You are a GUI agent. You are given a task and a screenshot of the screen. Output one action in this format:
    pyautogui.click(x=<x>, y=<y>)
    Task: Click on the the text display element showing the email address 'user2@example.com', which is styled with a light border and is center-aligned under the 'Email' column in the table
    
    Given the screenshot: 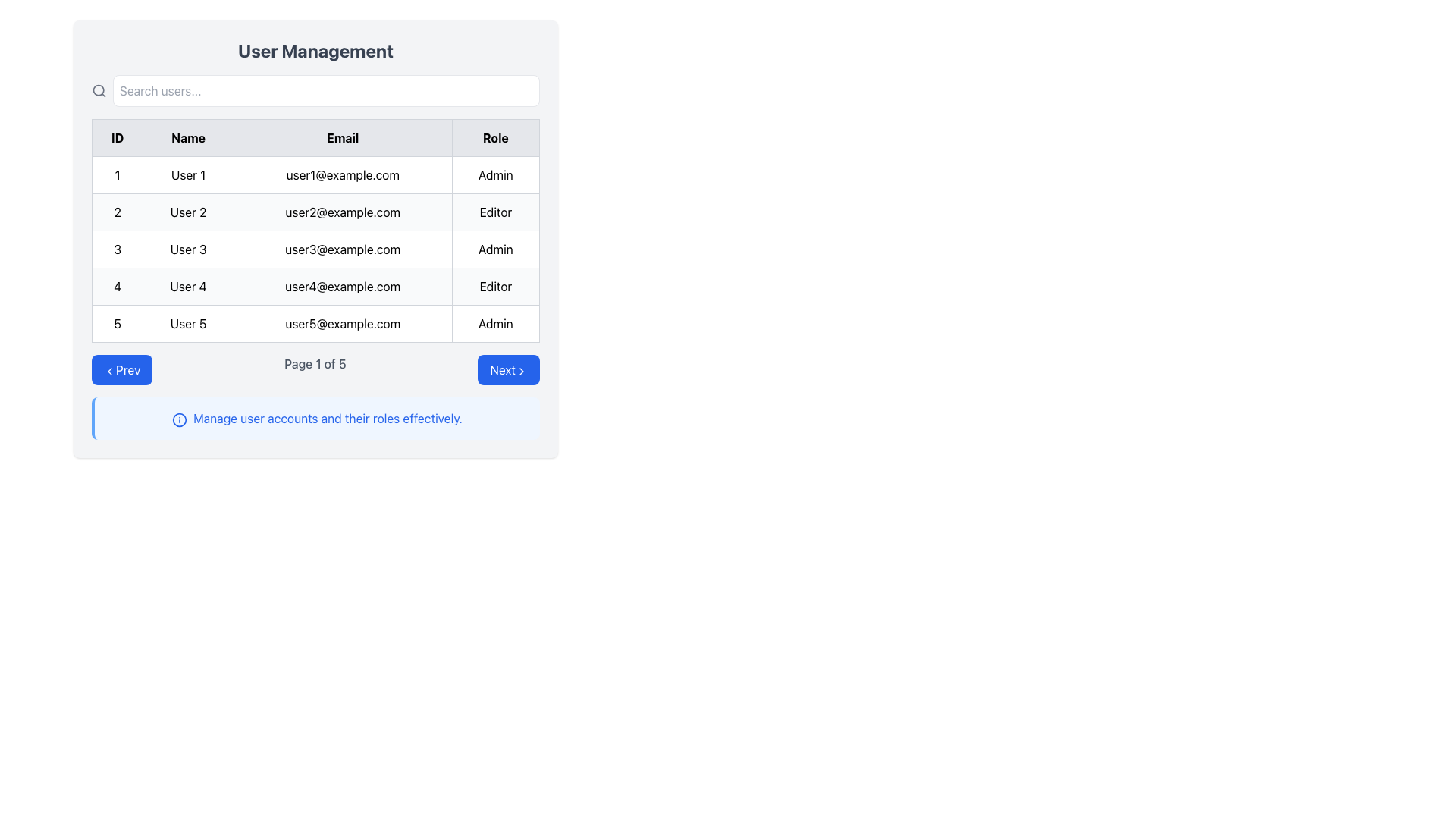 What is the action you would take?
    pyautogui.click(x=342, y=212)
    